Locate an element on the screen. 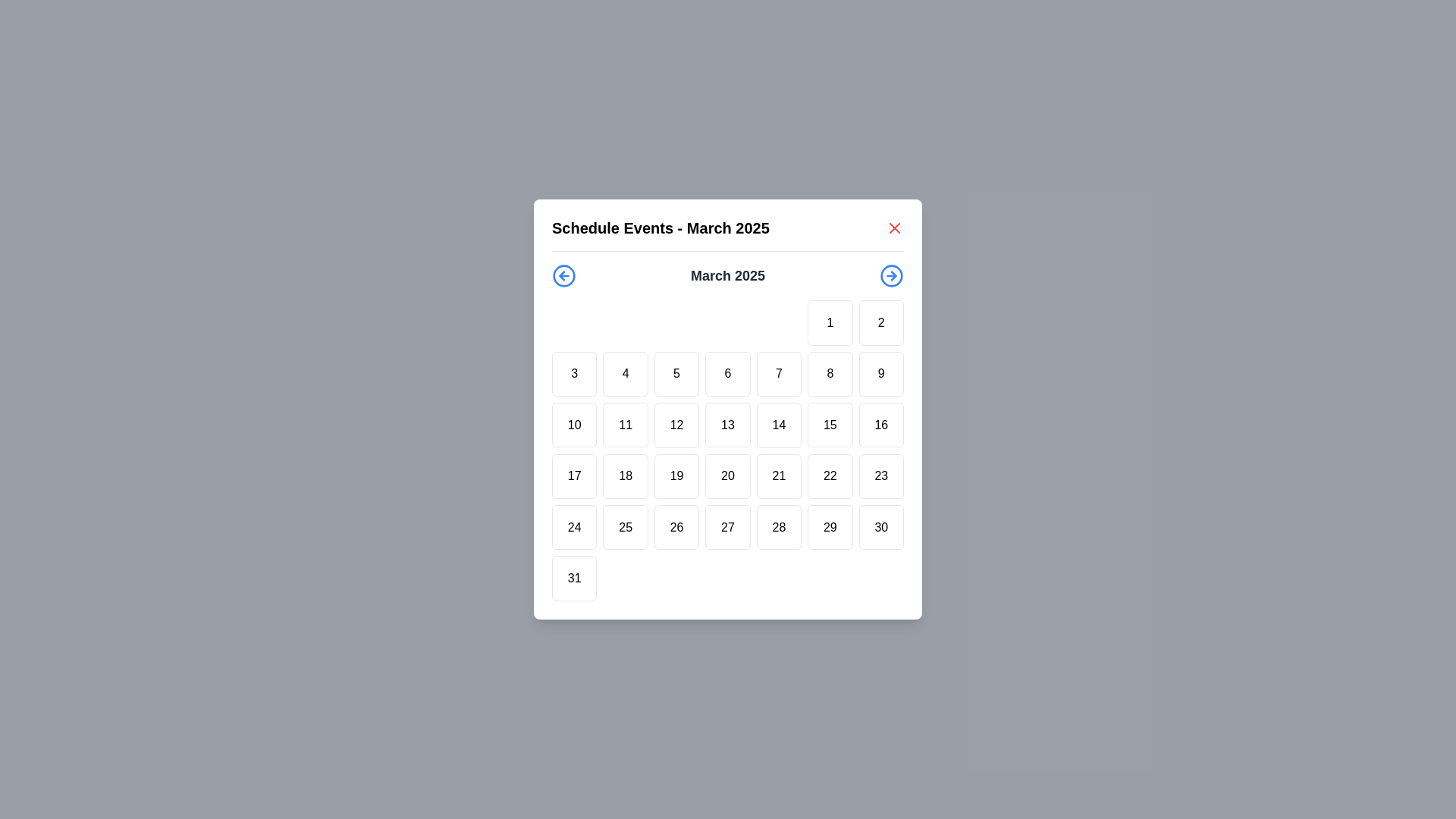  the empty grid cell located in the top row of the calendar grid, which is the leftmost position and visually appears as a small, empty square is located at coordinates (573, 322).